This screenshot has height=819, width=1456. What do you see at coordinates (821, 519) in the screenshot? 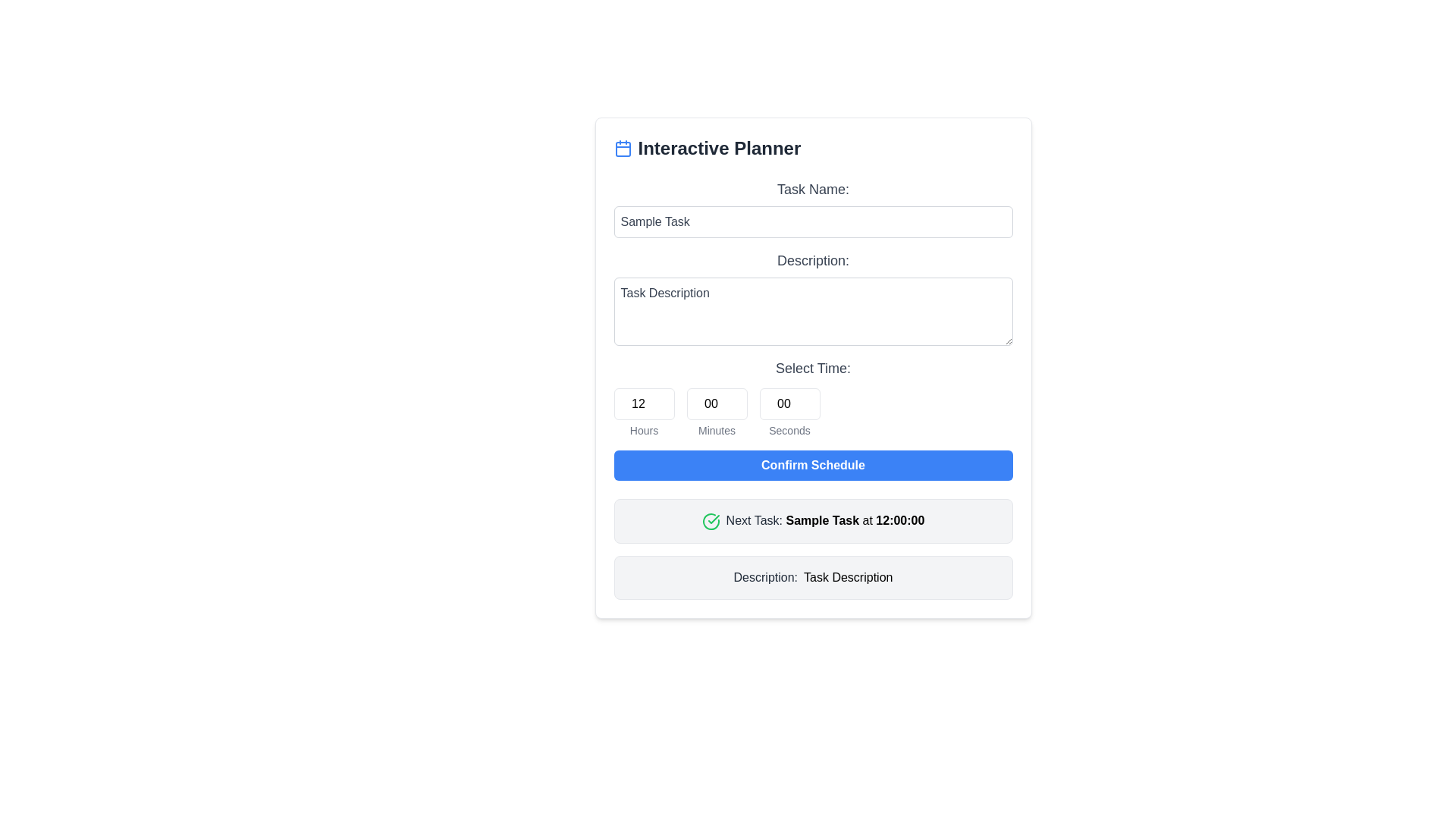
I see `the text label indicating the next task, which is located between 'Next Task:' and 'at 12:00:00'` at bounding box center [821, 519].